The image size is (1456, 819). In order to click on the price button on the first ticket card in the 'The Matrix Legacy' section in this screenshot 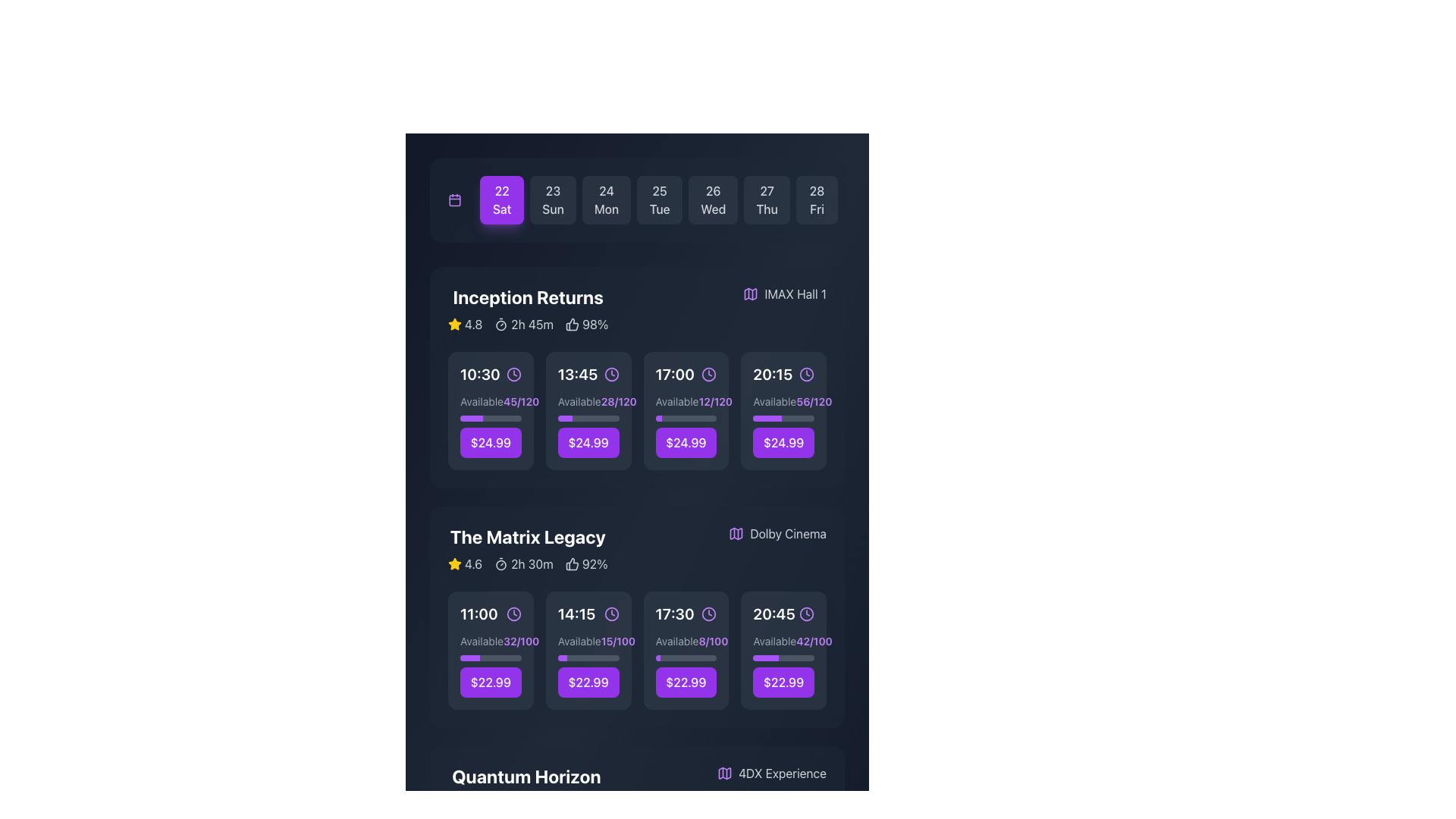, I will do `click(491, 649)`.